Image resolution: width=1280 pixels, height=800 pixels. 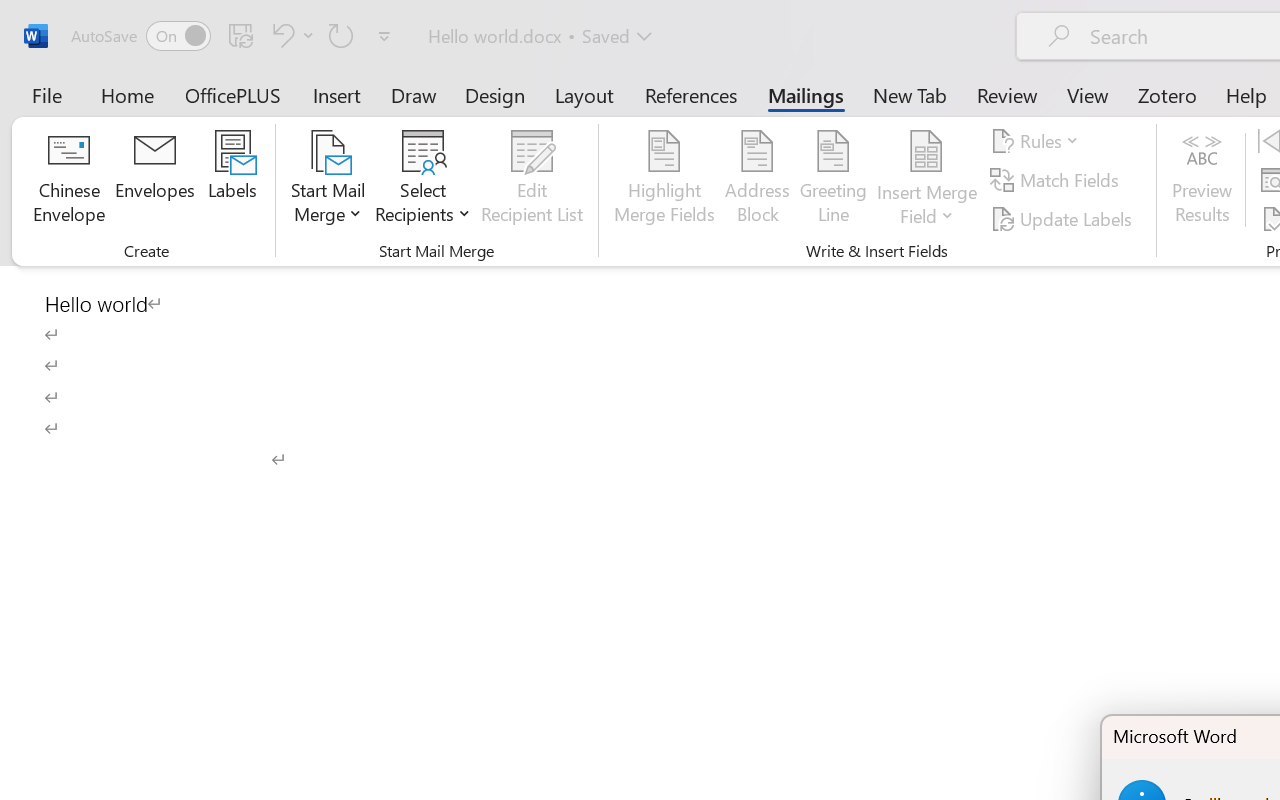 I want to click on 'Save', so click(x=240, y=34).